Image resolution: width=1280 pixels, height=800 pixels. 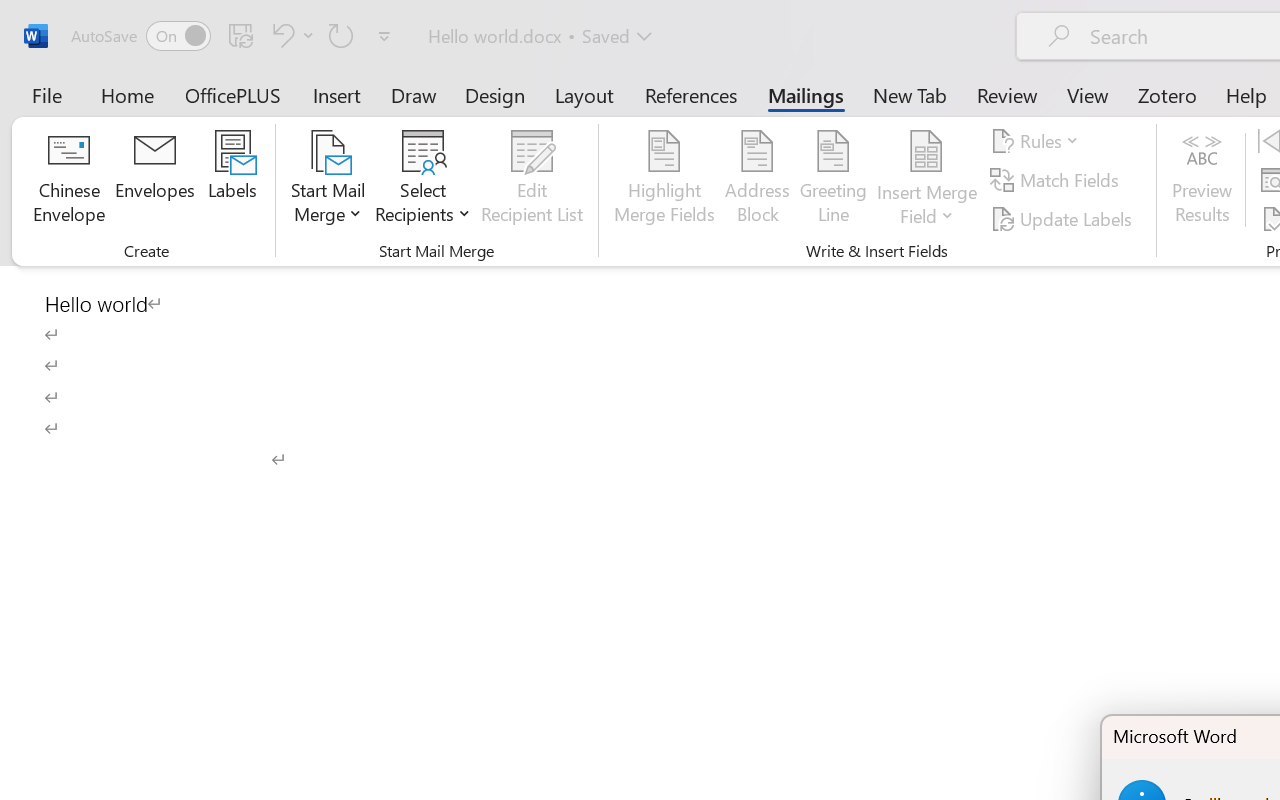 I want to click on 'Save', so click(x=240, y=34).